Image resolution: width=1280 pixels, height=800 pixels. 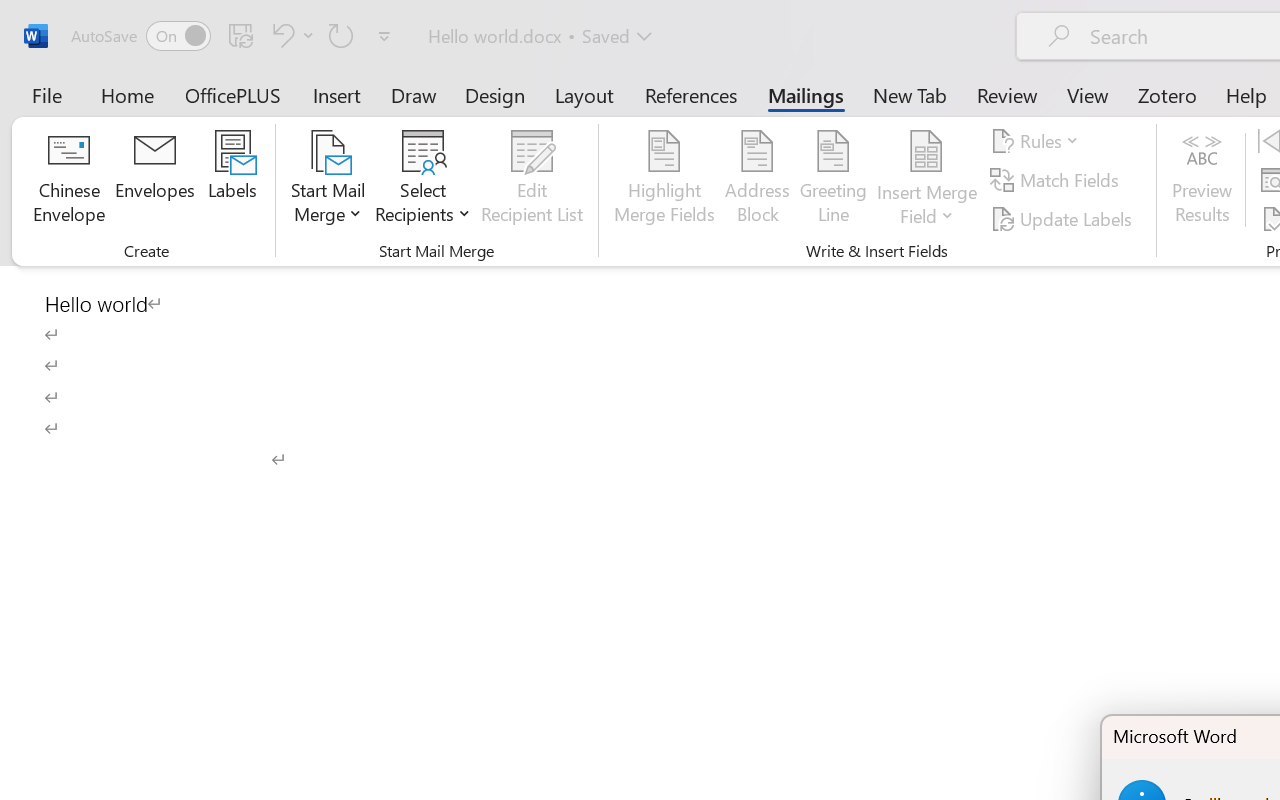 I want to click on 'Save', so click(x=240, y=34).